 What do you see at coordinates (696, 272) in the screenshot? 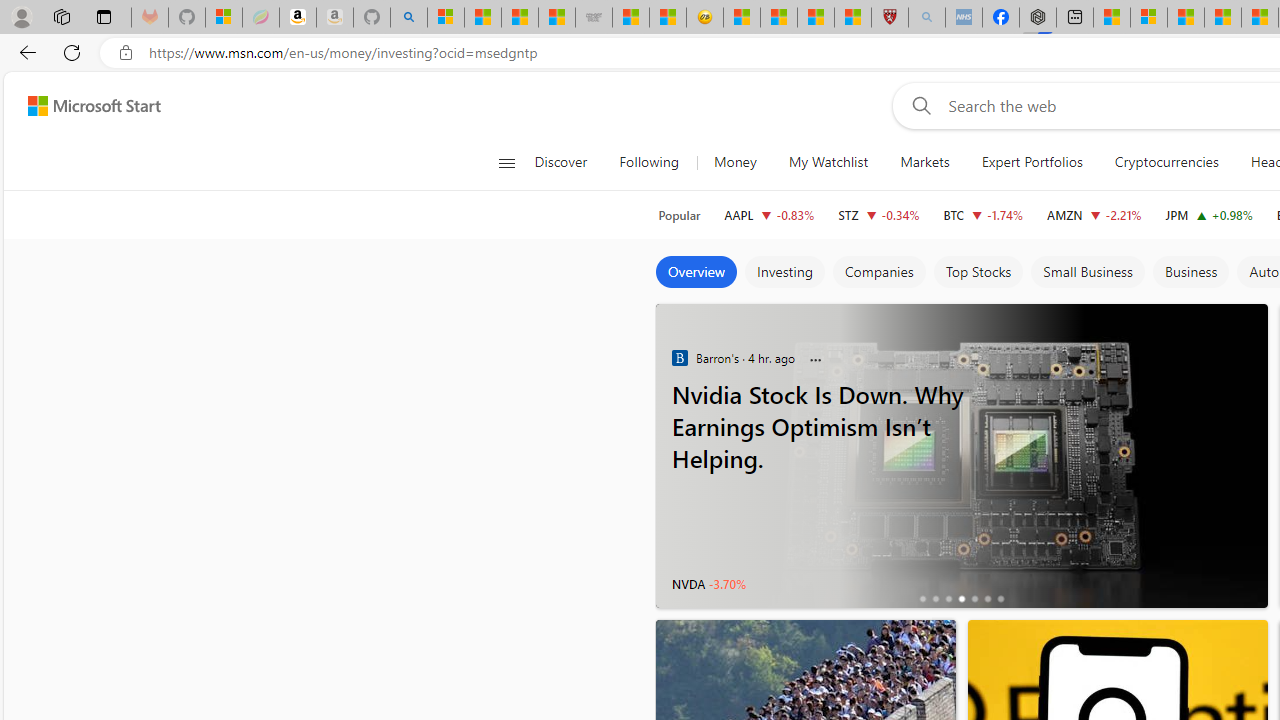
I see `'Overview'` at bounding box center [696, 272].